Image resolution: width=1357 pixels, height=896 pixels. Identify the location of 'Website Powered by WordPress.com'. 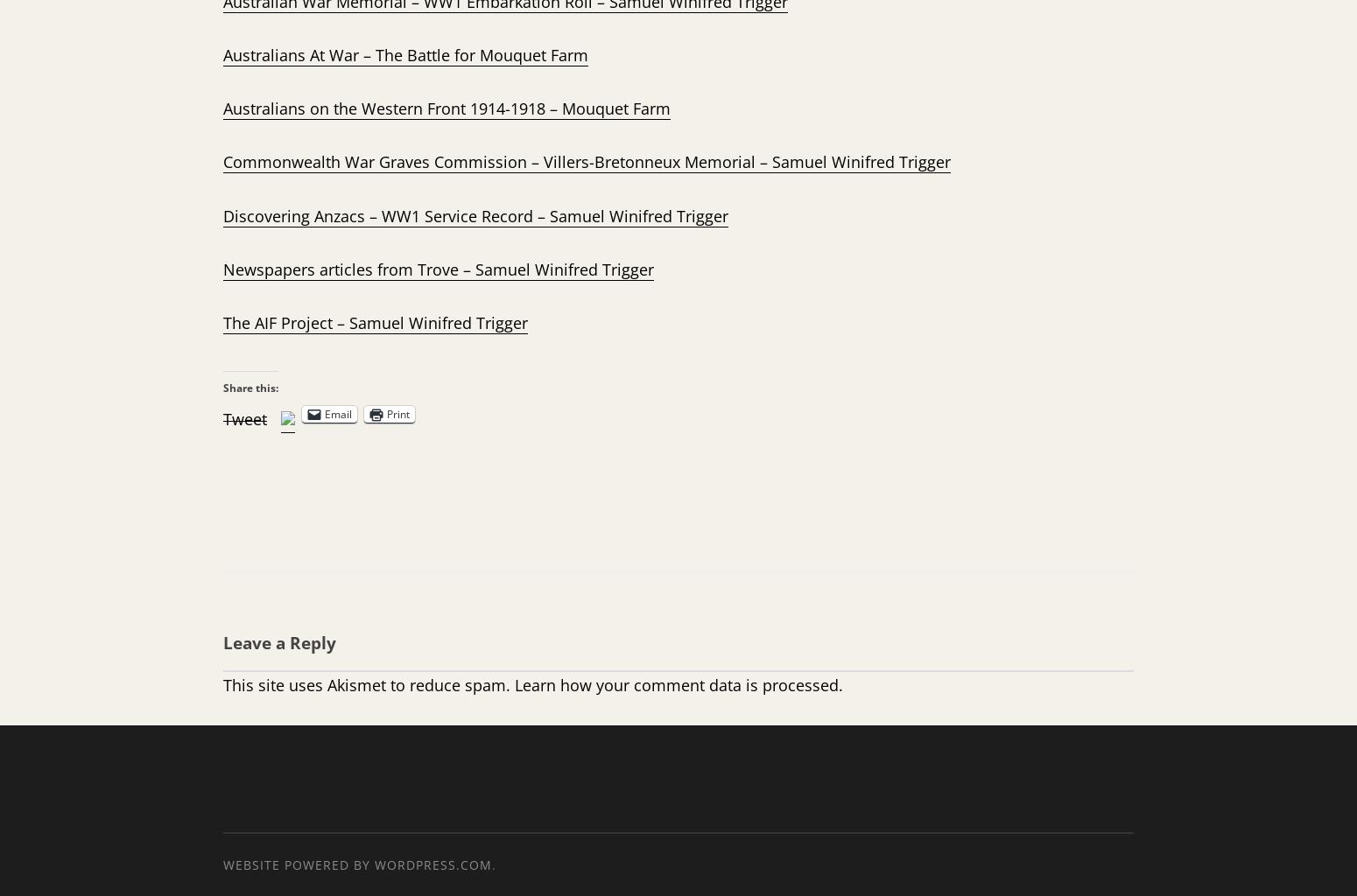
(357, 864).